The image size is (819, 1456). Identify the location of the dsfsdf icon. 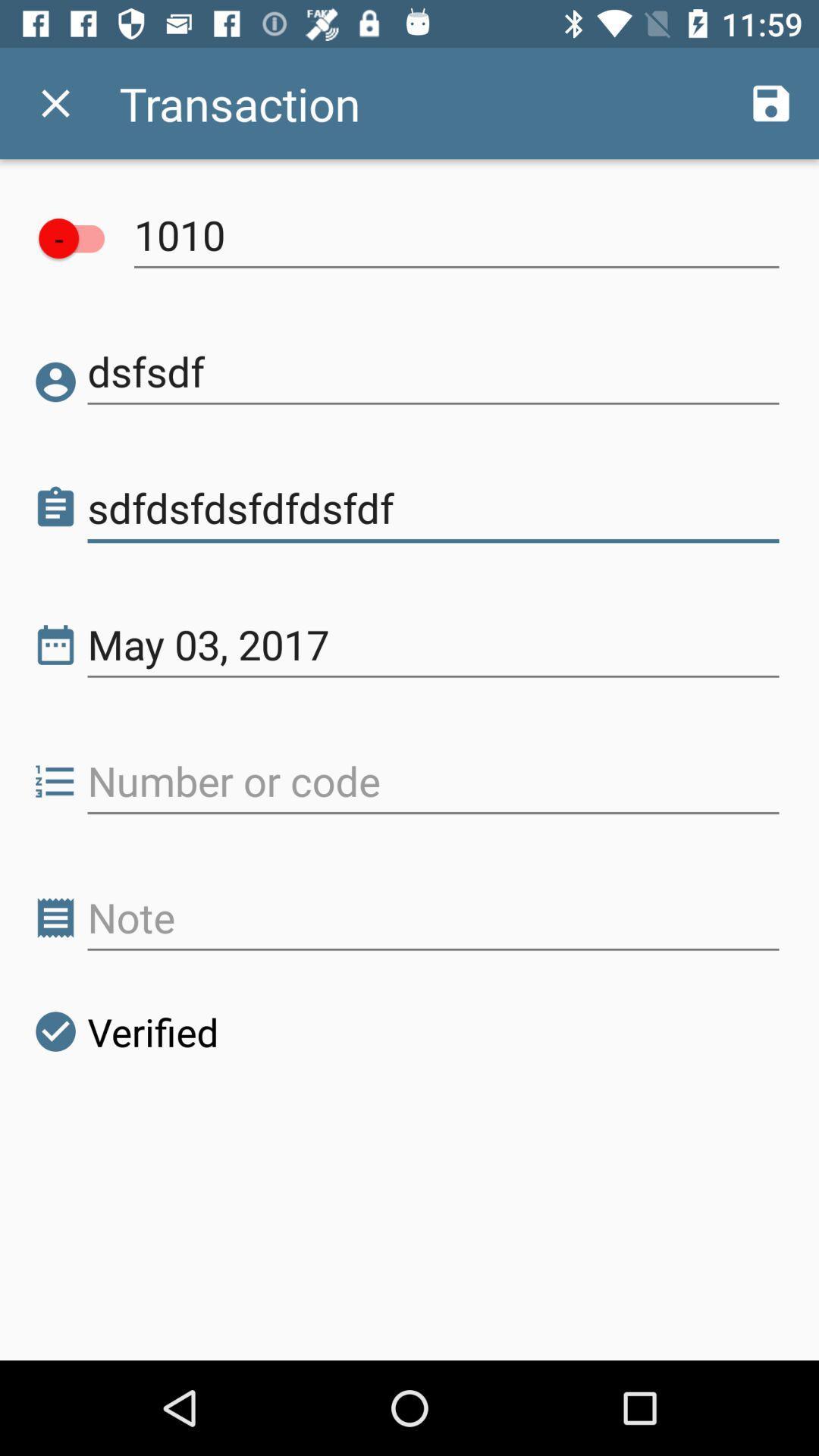
(433, 372).